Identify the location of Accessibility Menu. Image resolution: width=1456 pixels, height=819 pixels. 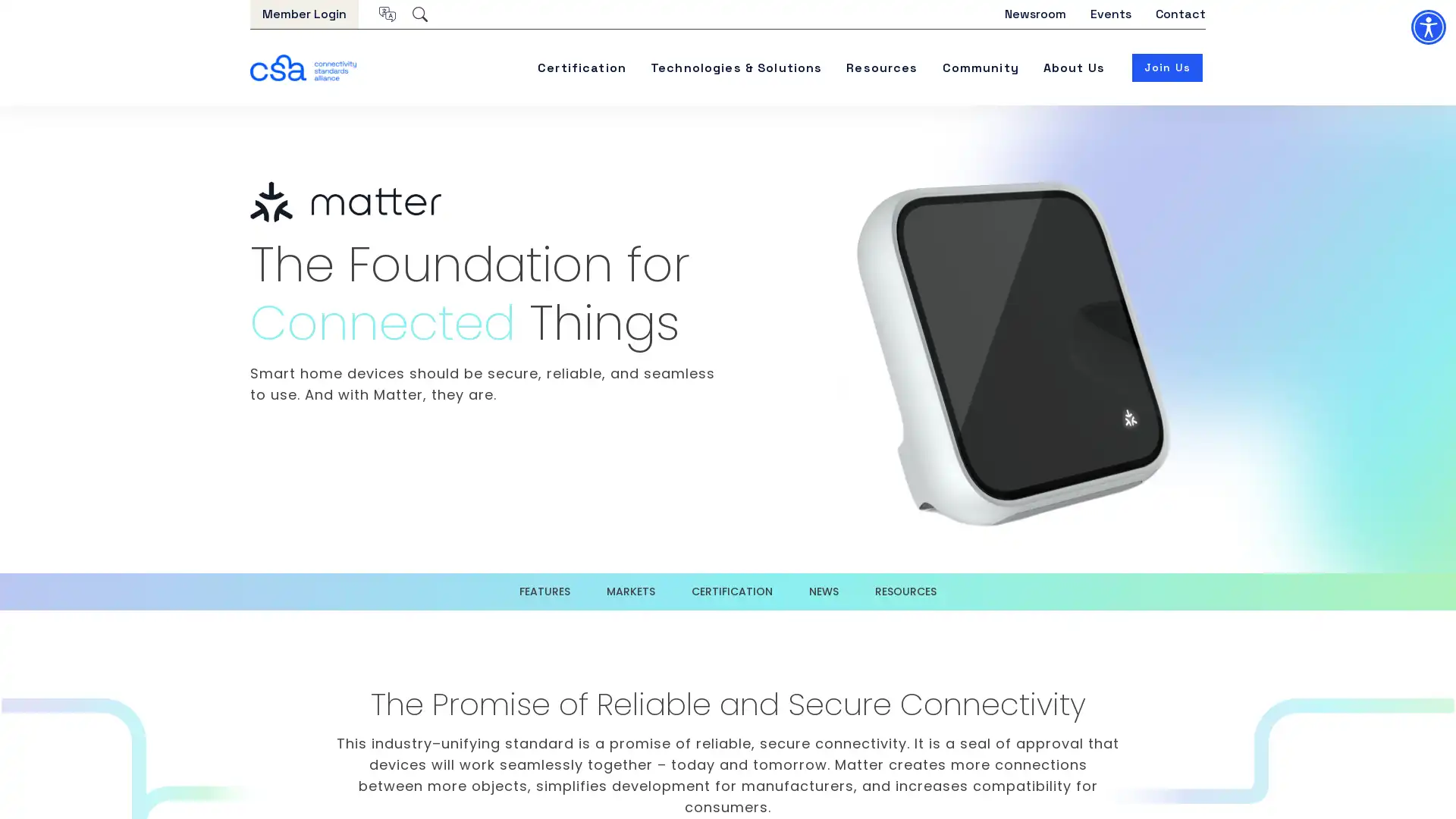
(1427, 27).